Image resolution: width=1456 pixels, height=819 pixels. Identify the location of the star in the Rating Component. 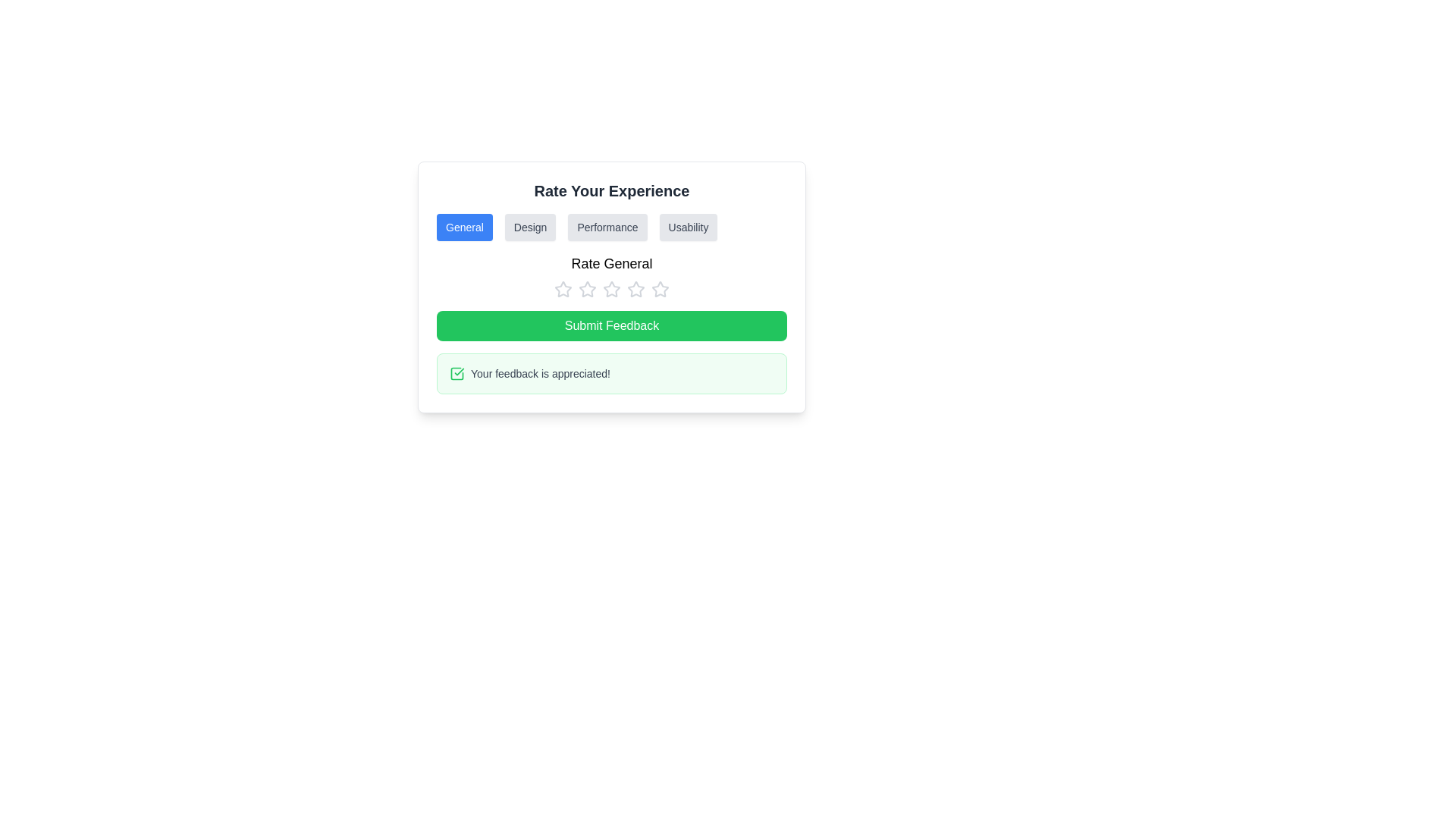
(611, 275).